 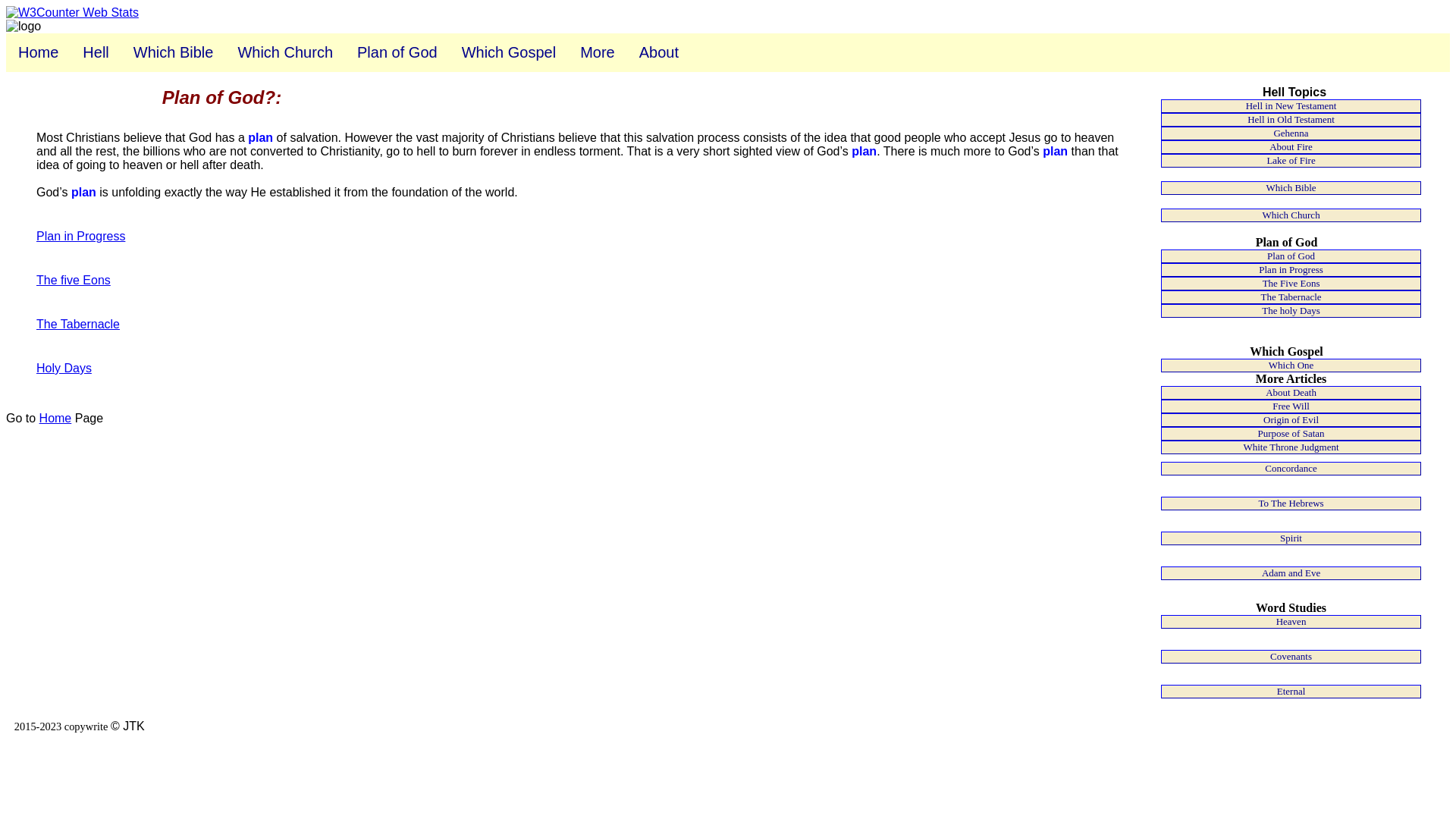 I want to click on 'Origin of Evil', so click(x=1160, y=420).